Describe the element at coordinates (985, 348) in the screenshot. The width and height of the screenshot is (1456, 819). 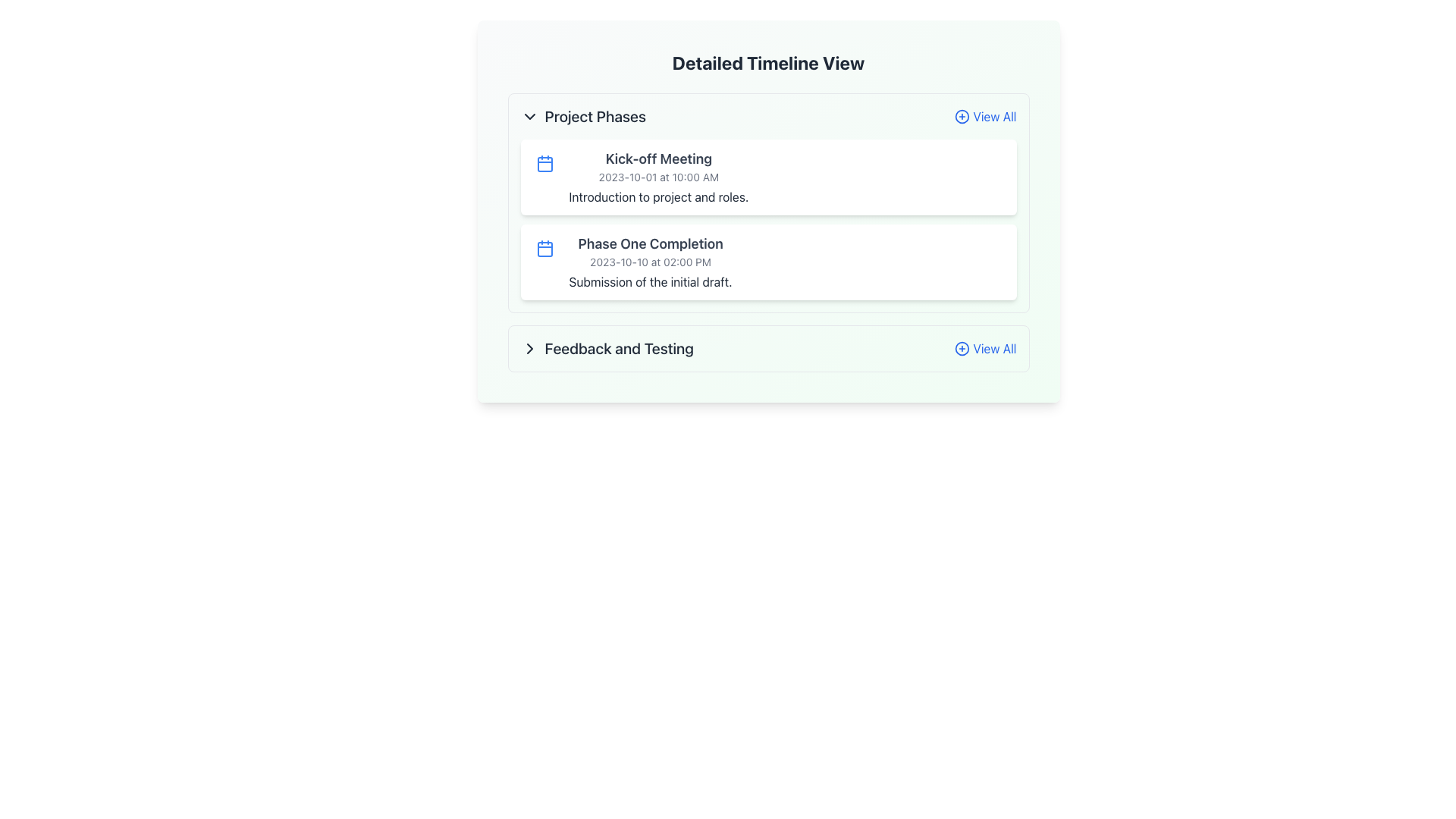
I see `the interactive link located in the bottom-right corner of the 'Feedback and Testing' section` at that location.